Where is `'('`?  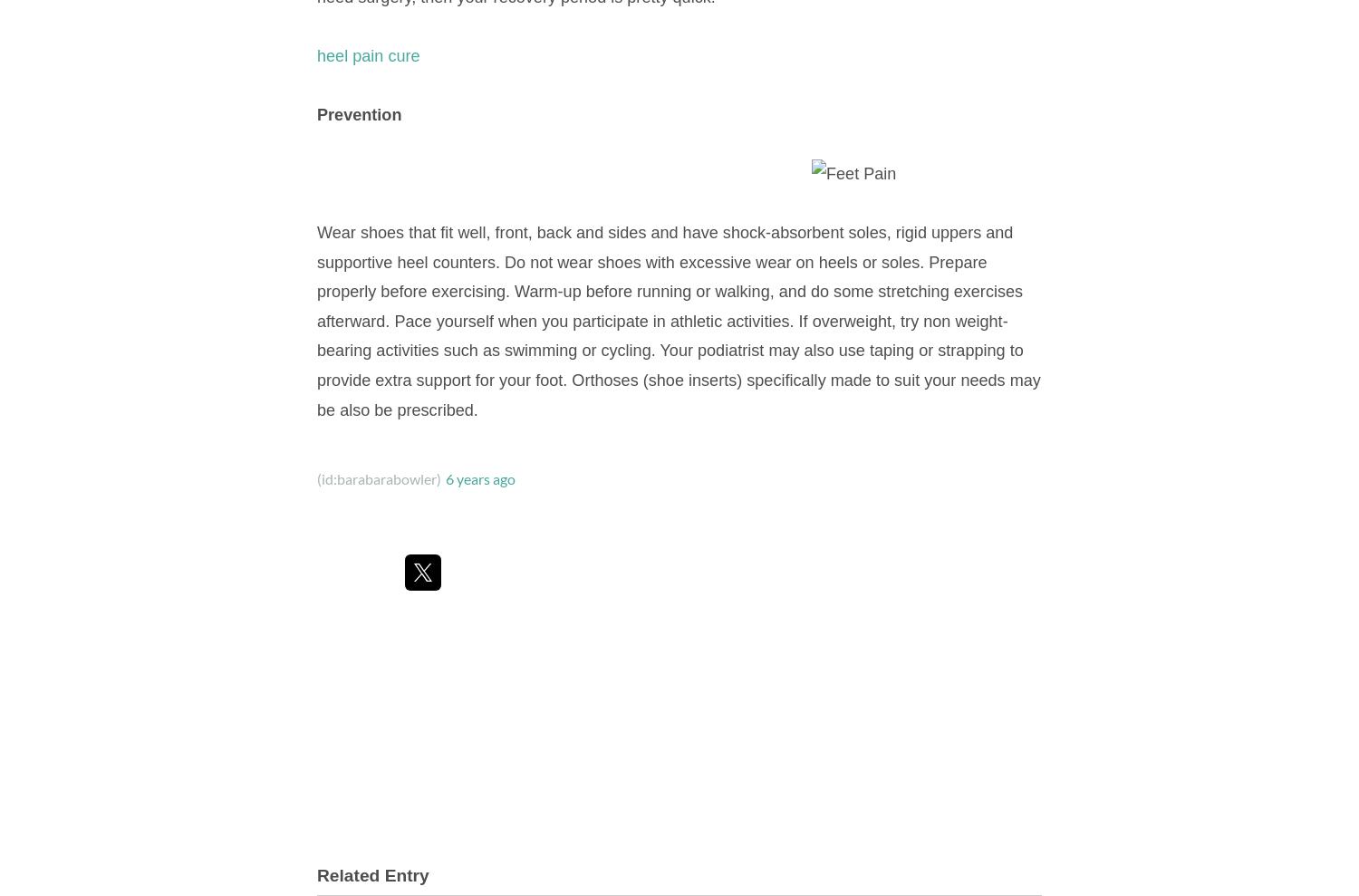
'(' is located at coordinates (315, 478).